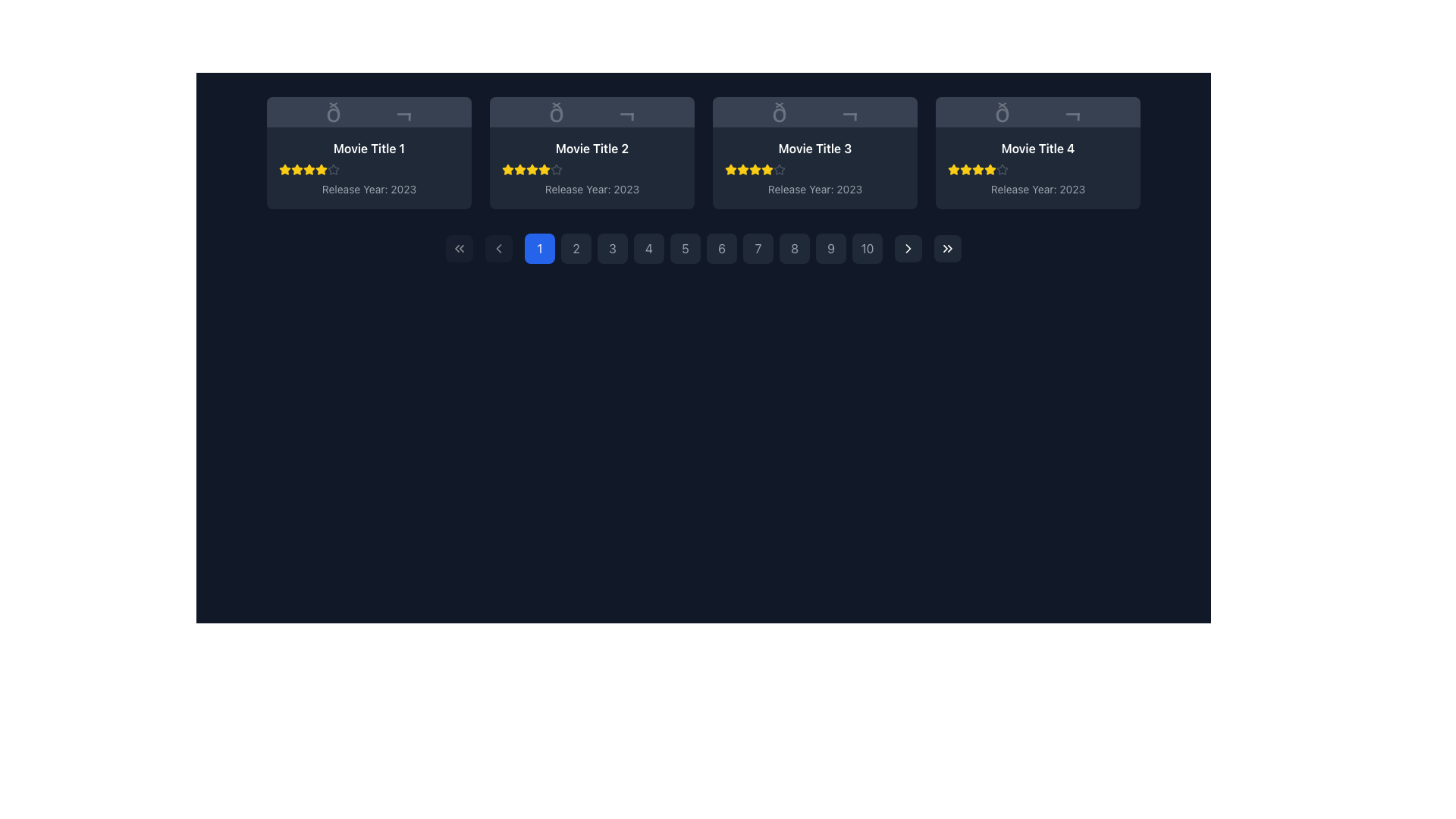 The height and width of the screenshot is (819, 1456). Describe the element at coordinates (965, 169) in the screenshot. I see `the third yellow star icon in the rating system for 'Movie Title 4' to rate it` at that location.